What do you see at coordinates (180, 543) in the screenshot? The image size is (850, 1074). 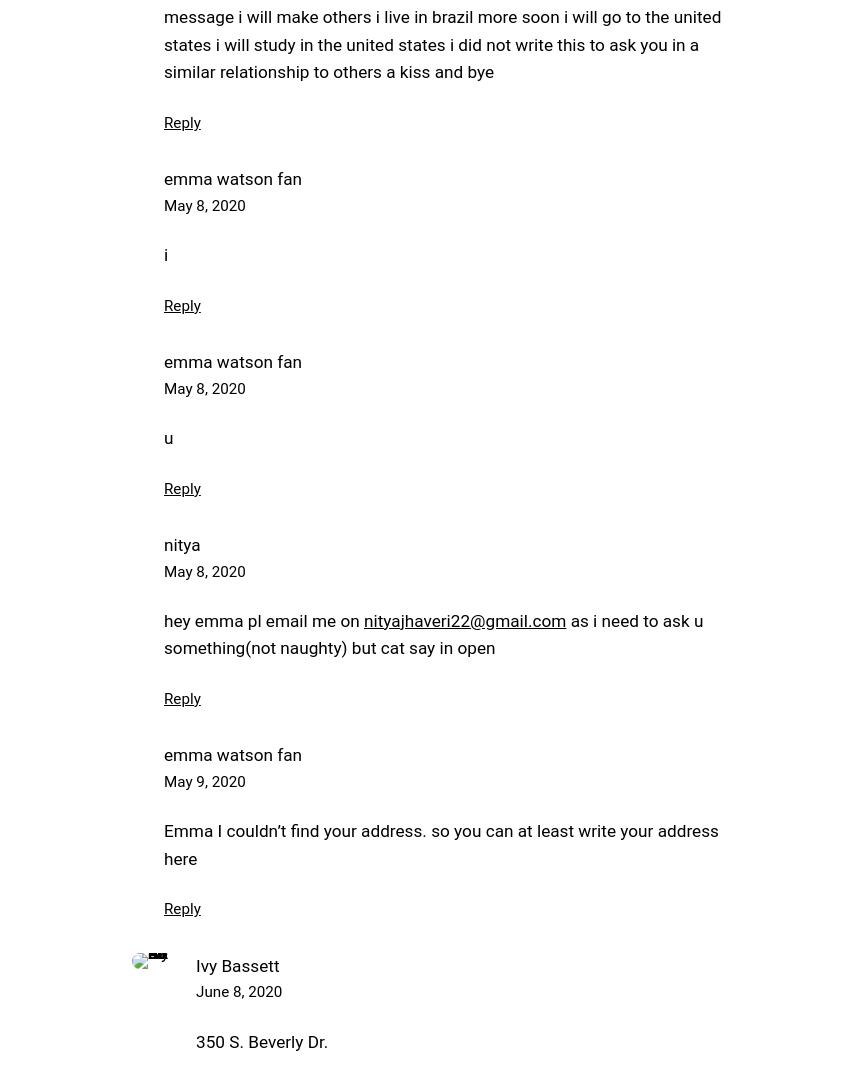 I see `'nitya'` at bounding box center [180, 543].